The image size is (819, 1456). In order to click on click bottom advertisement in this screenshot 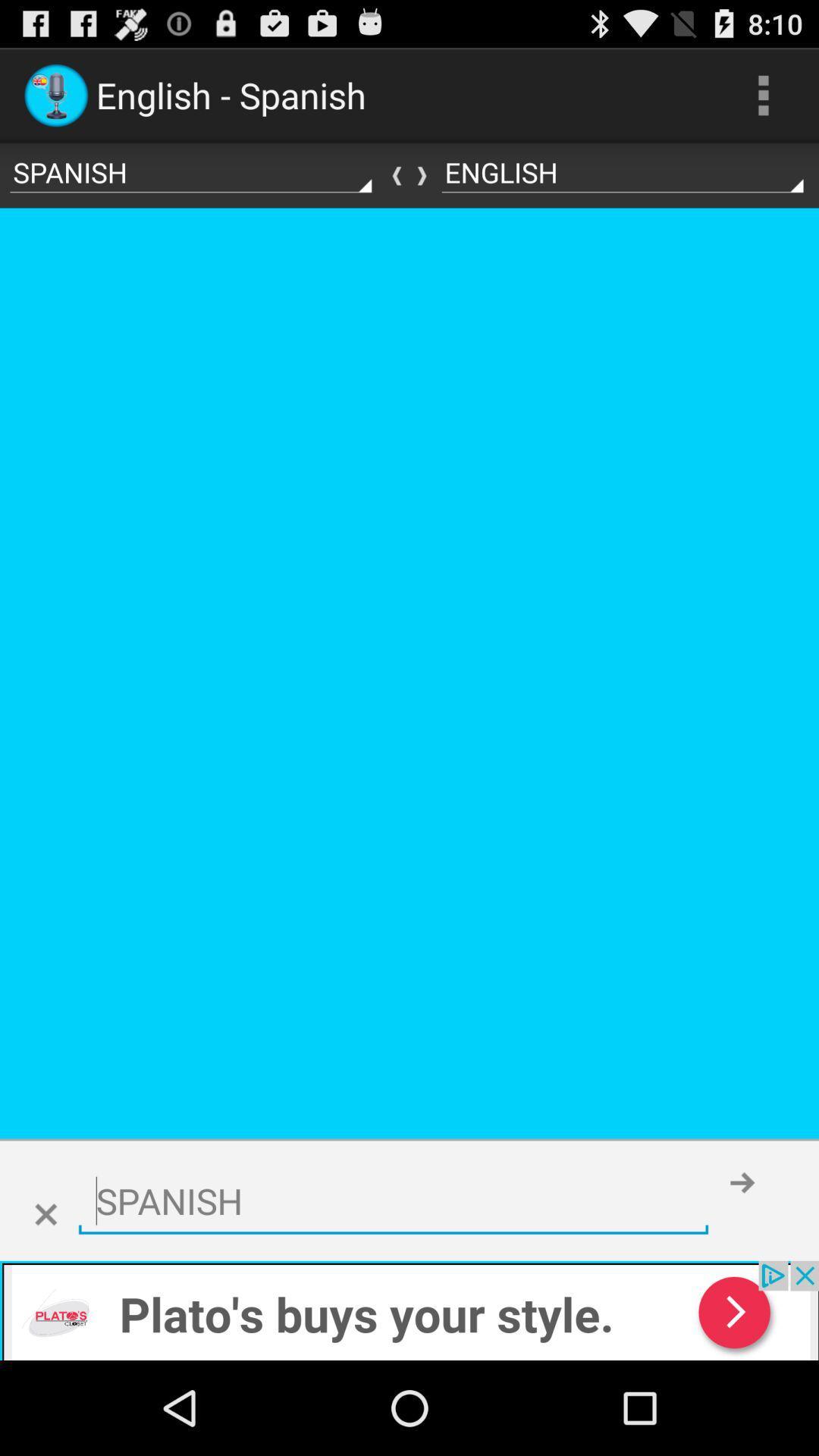, I will do `click(409, 1310)`.